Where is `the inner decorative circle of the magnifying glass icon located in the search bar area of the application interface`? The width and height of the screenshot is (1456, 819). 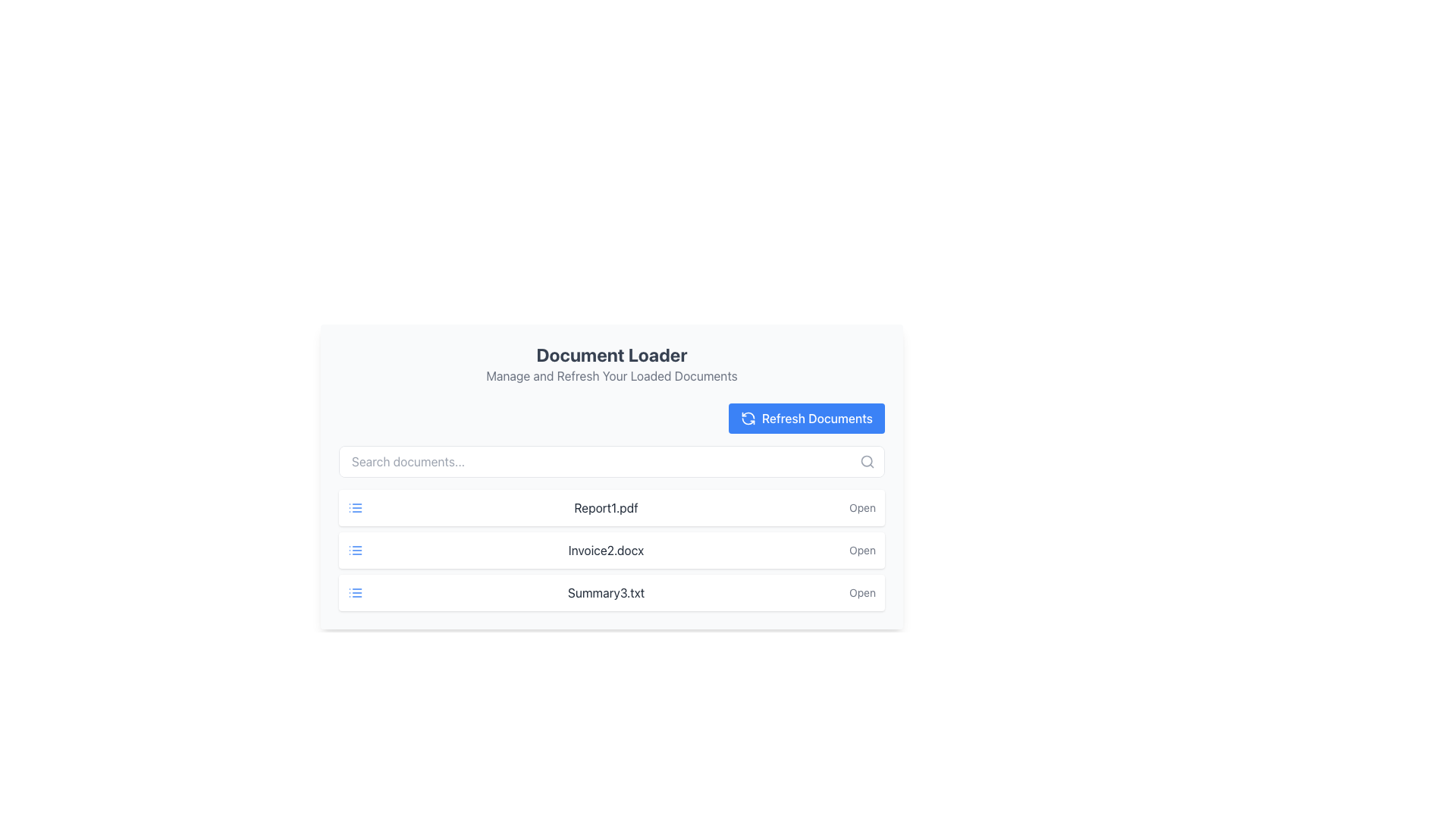
the inner decorative circle of the magnifying glass icon located in the search bar area of the application interface is located at coordinates (867, 460).